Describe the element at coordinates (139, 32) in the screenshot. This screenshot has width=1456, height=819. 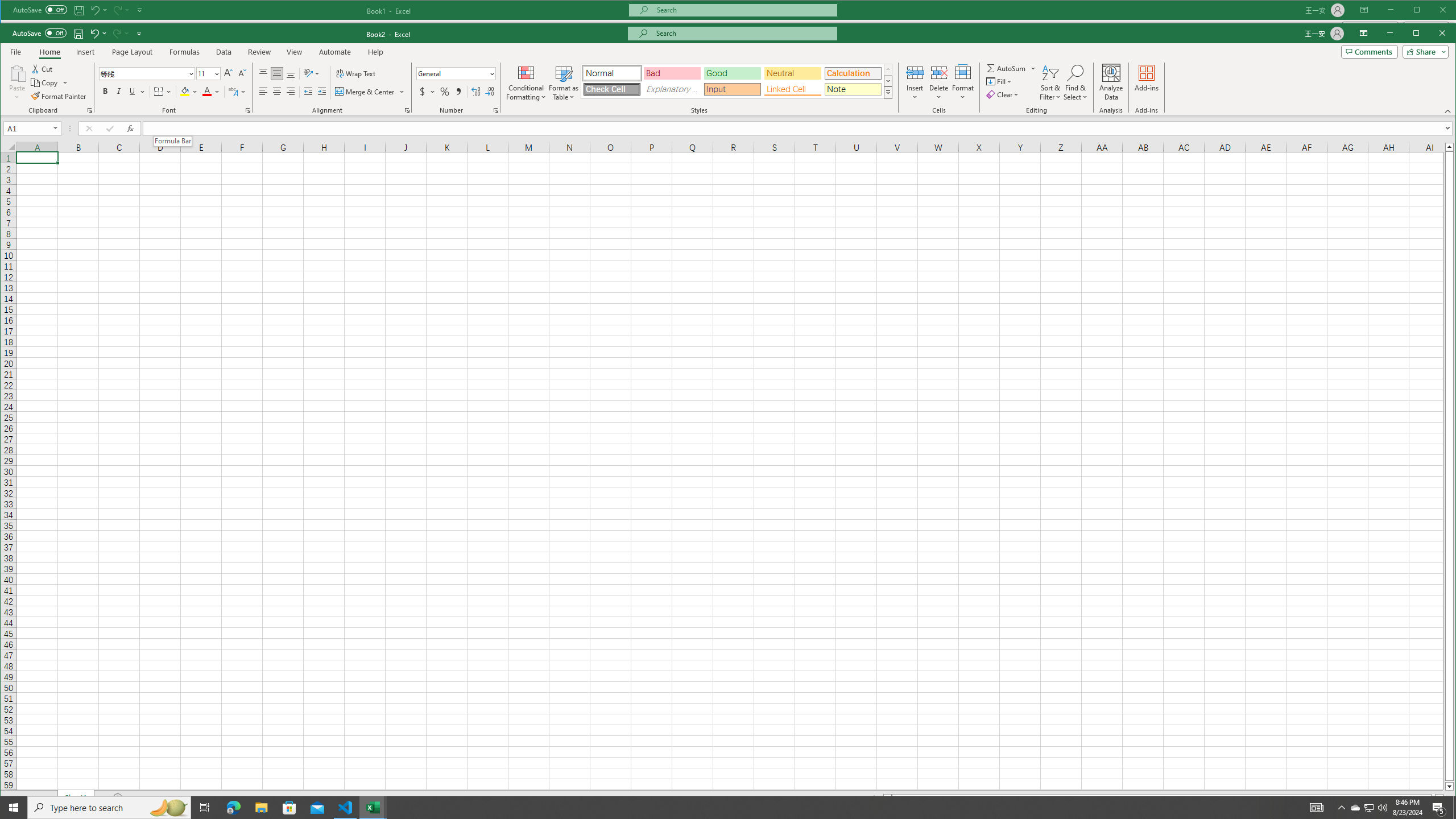
I see `'Customize Quick Access Toolbar'` at that location.